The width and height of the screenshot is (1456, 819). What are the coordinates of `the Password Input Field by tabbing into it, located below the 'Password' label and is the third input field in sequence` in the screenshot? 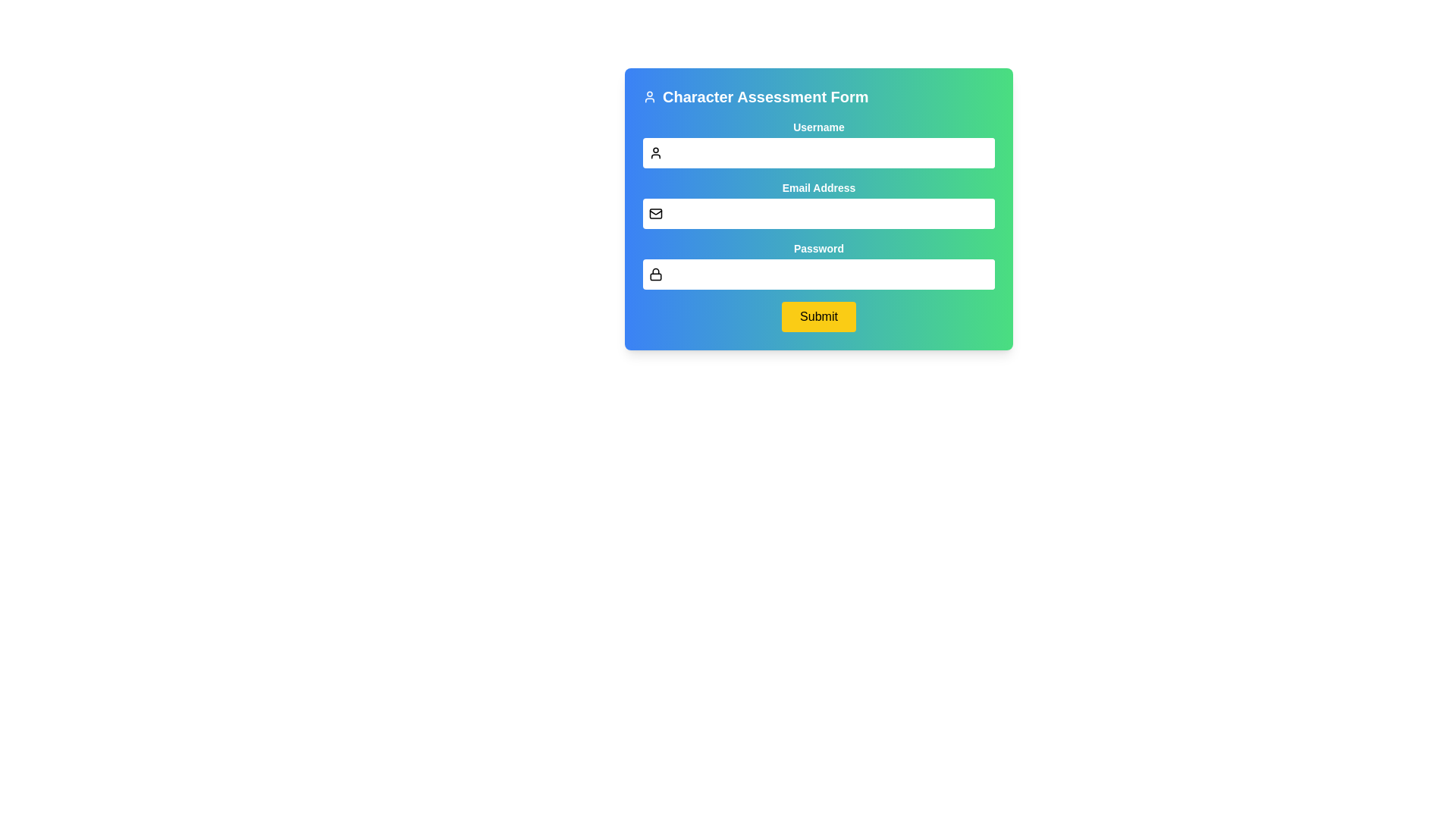 It's located at (818, 275).